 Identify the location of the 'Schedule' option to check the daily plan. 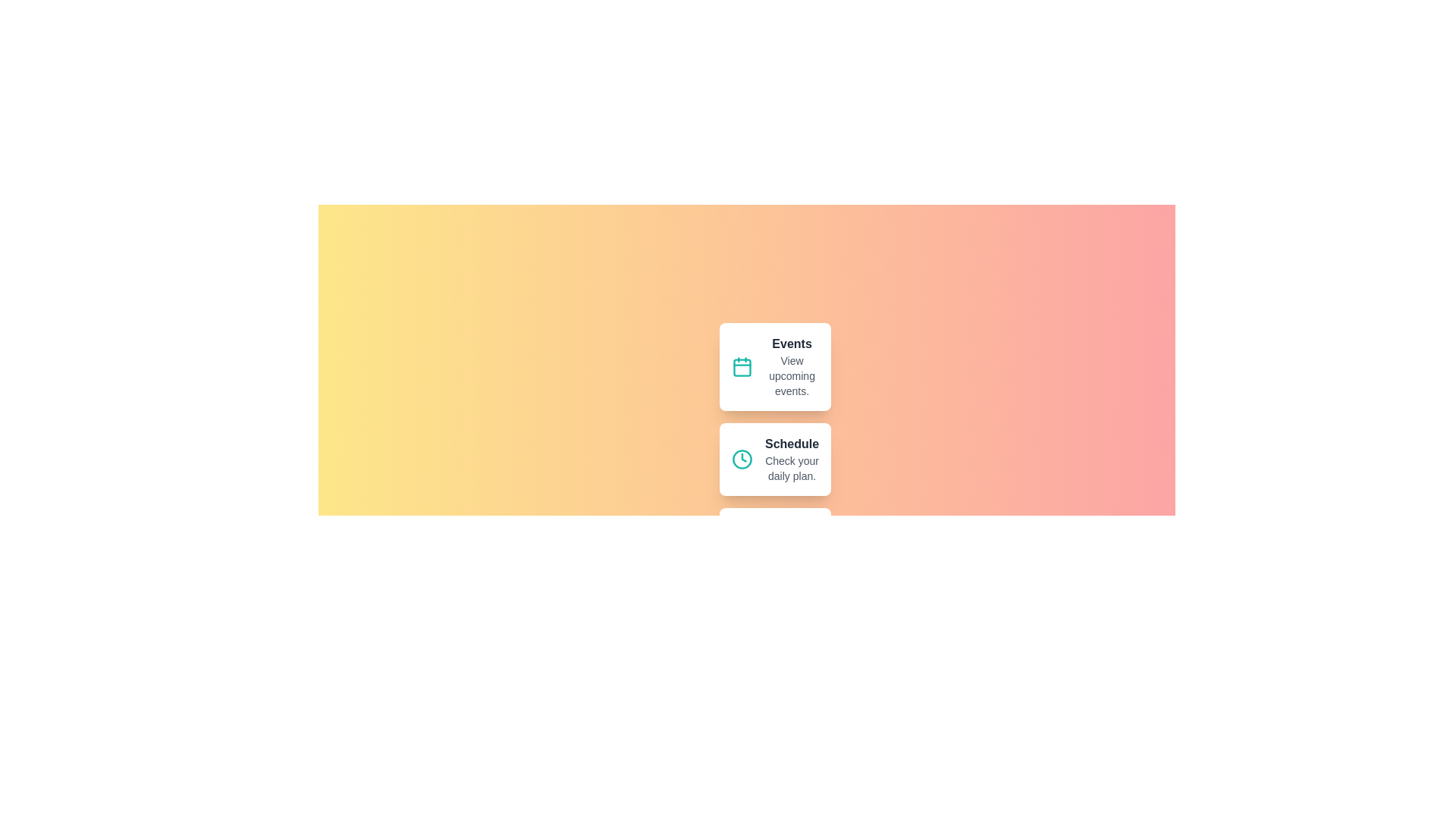
(775, 458).